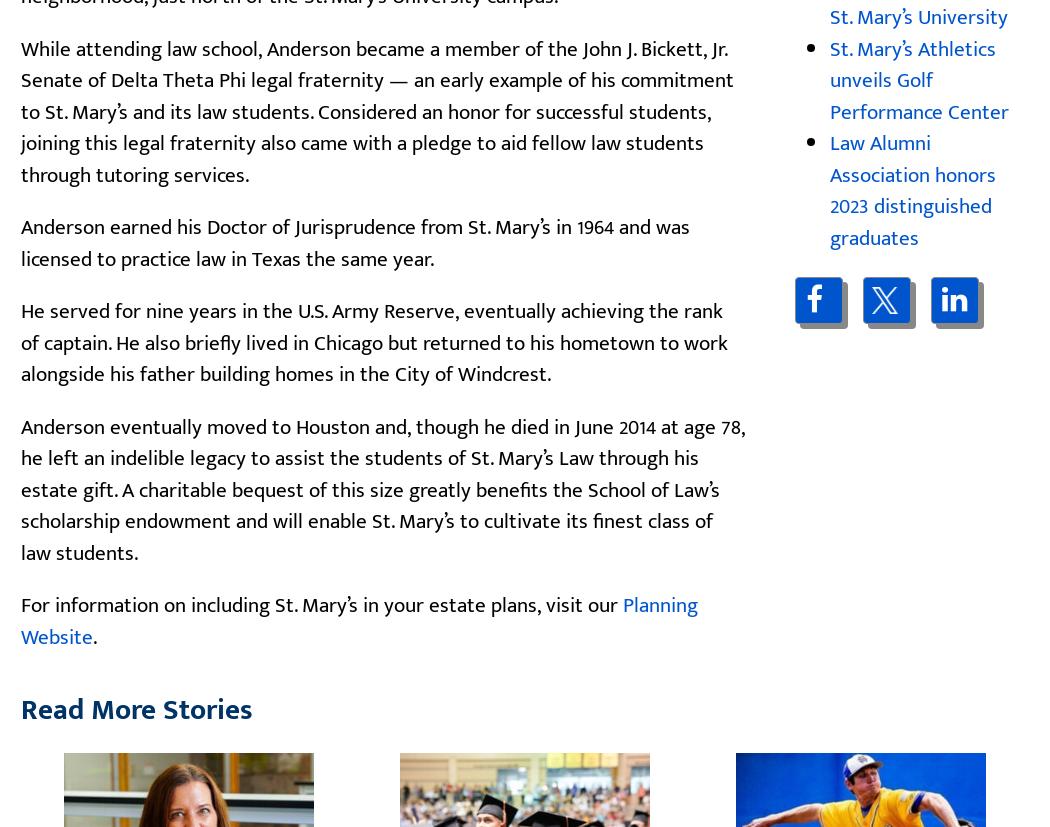 The height and width of the screenshot is (827, 1050). I want to click on '.', so click(93, 635).